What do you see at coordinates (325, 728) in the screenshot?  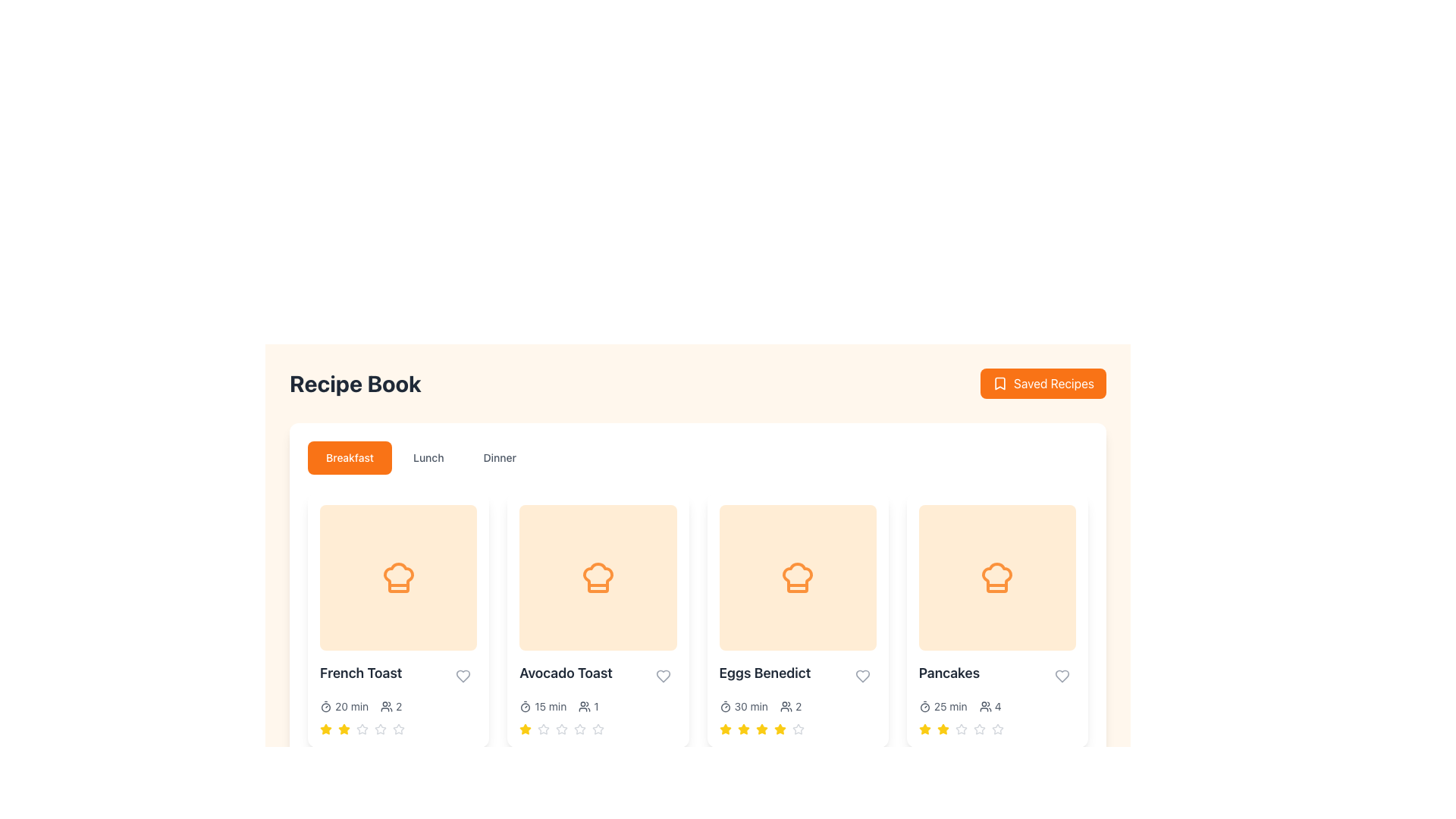 I see `the first star in the rating system` at bounding box center [325, 728].